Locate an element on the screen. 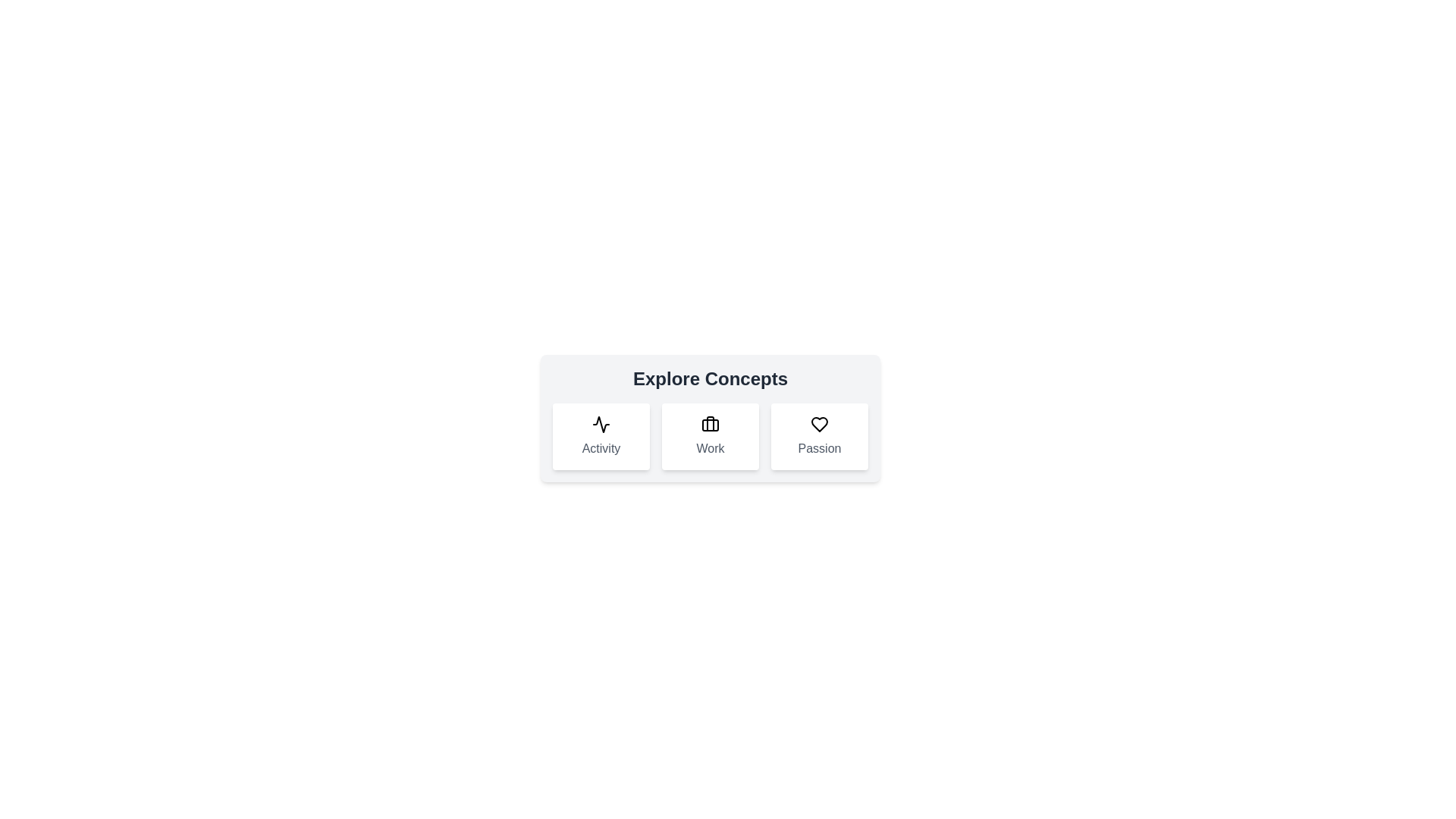  the briefcase SVG icon located in the middle section under the heading 'Explore Concepts' is located at coordinates (709, 424).